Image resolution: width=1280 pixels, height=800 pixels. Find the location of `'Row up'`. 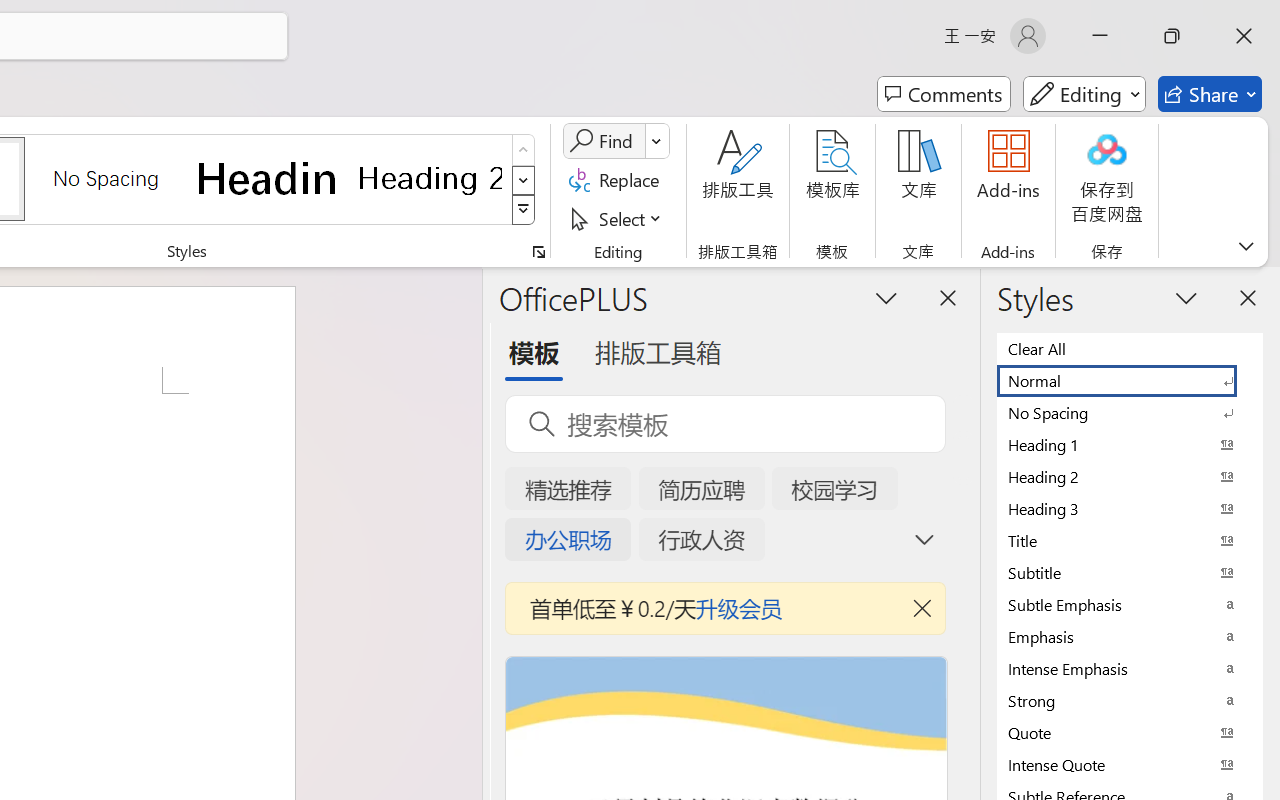

'Row up' is located at coordinates (523, 150).